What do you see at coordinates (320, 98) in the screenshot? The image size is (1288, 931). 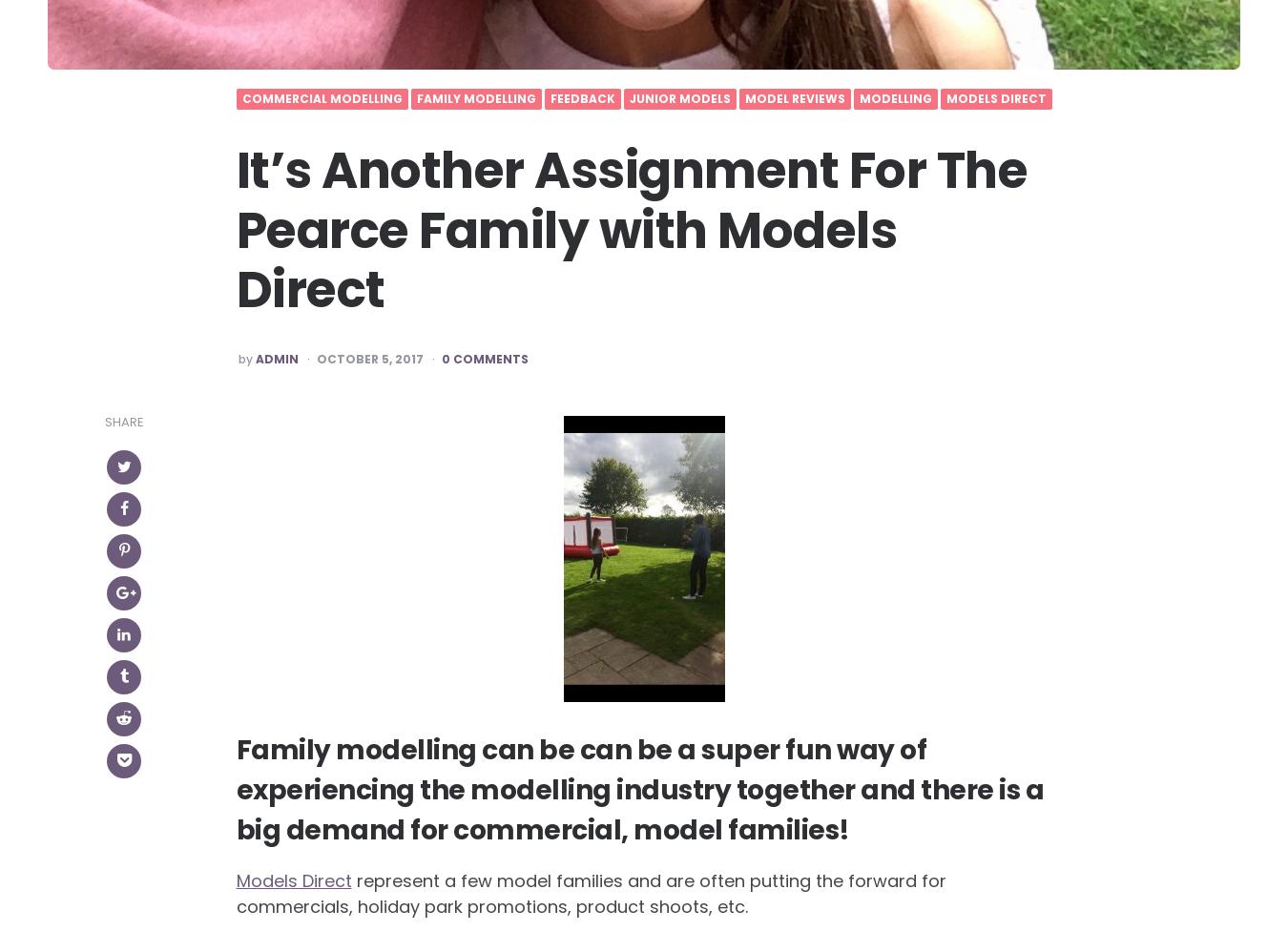 I see `'Commercial Modelling'` at bounding box center [320, 98].